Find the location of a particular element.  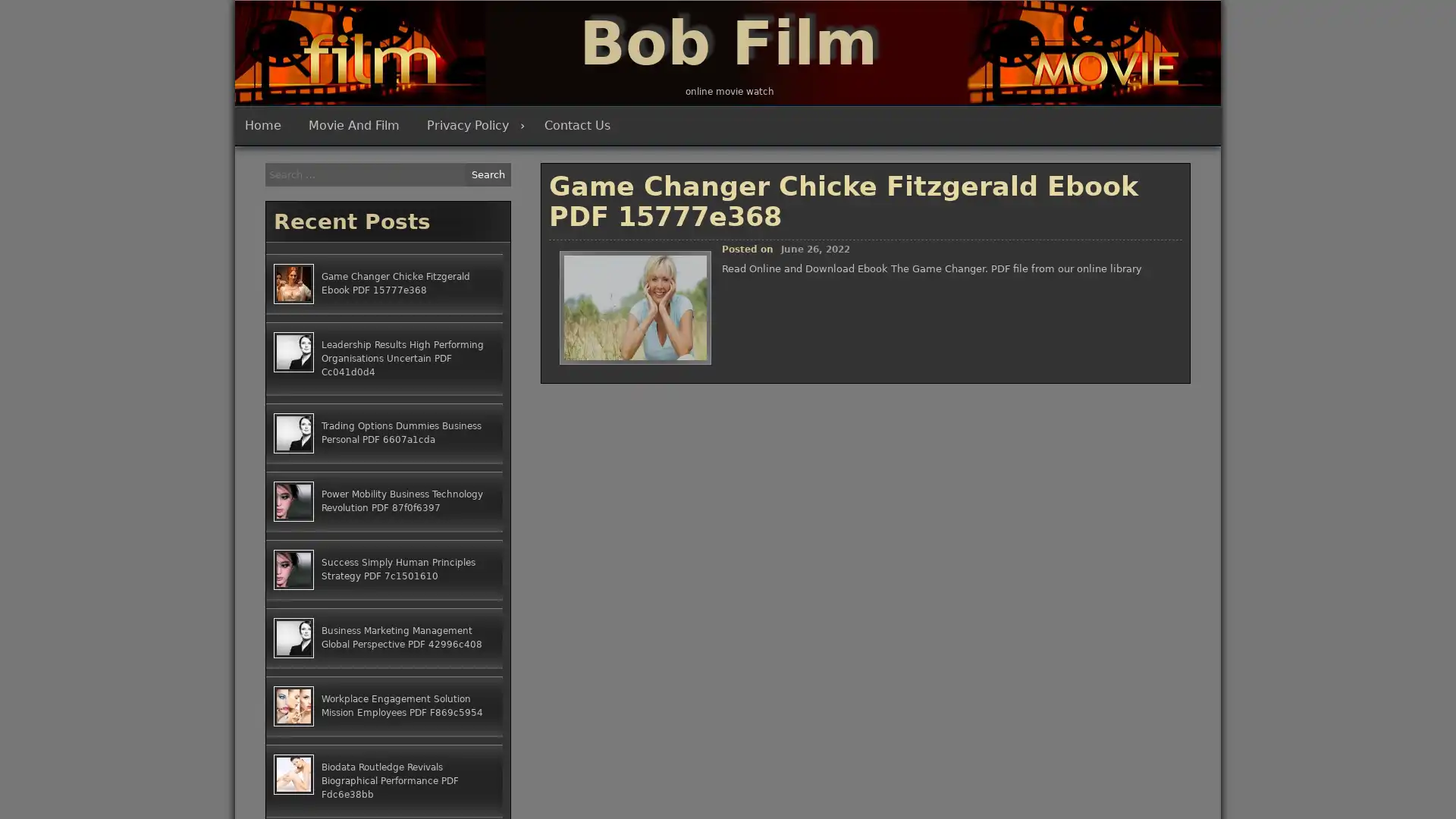

Search is located at coordinates (488, 174).